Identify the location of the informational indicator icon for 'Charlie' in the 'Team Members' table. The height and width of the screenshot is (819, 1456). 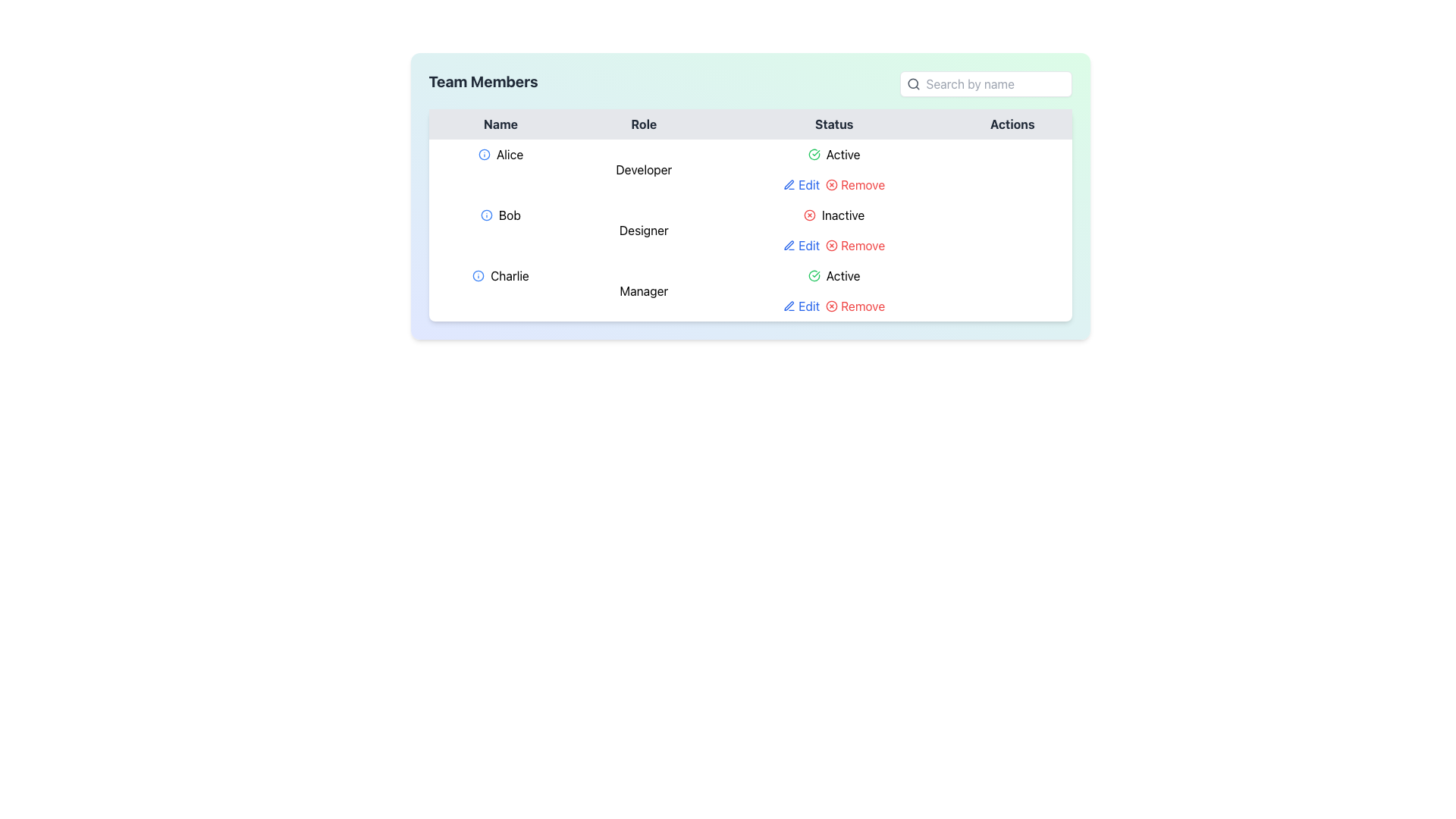
(478, 275).